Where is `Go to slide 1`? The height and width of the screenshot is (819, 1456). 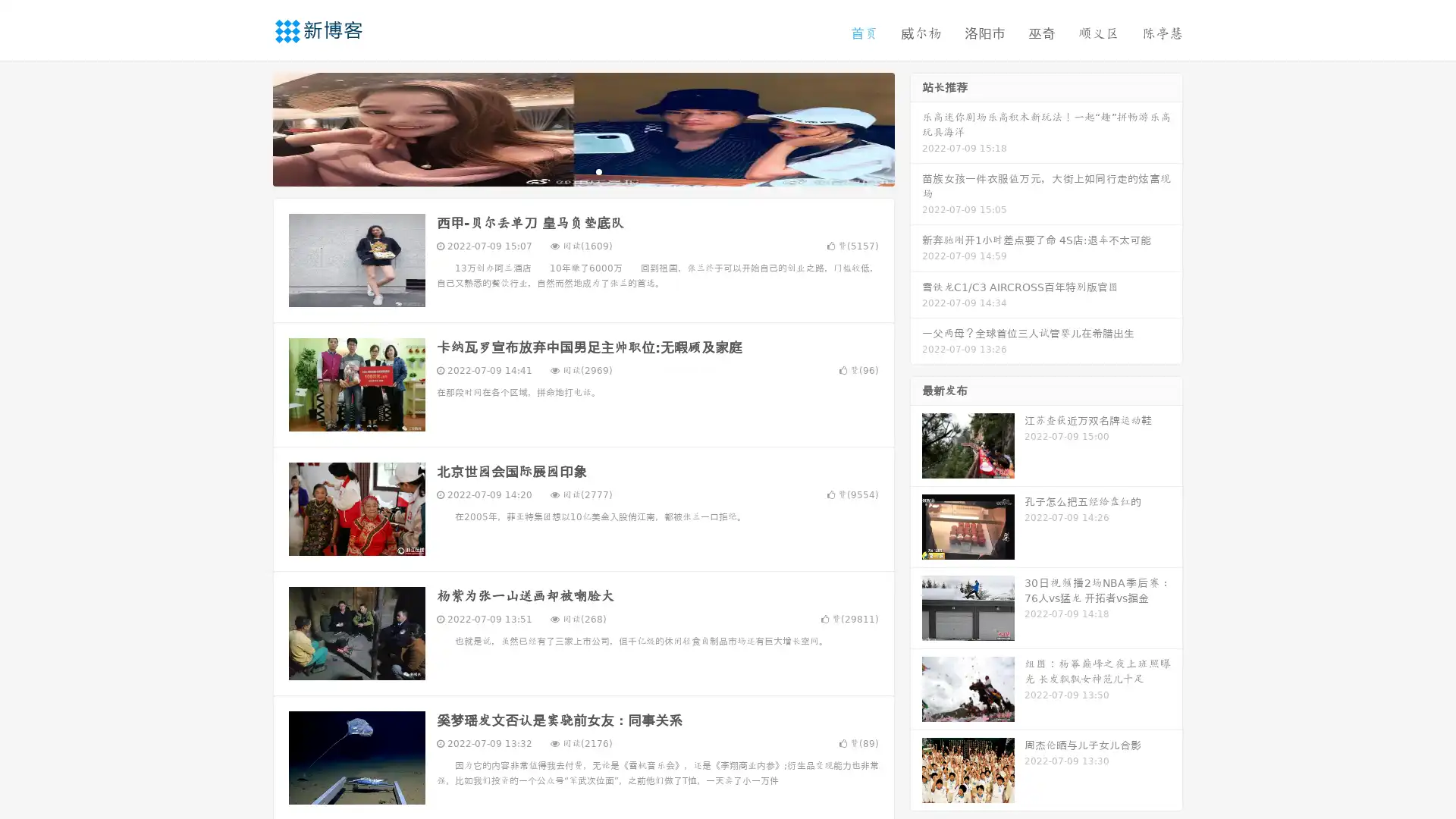
Go to slide 1 is located at coordinates (567, 171).